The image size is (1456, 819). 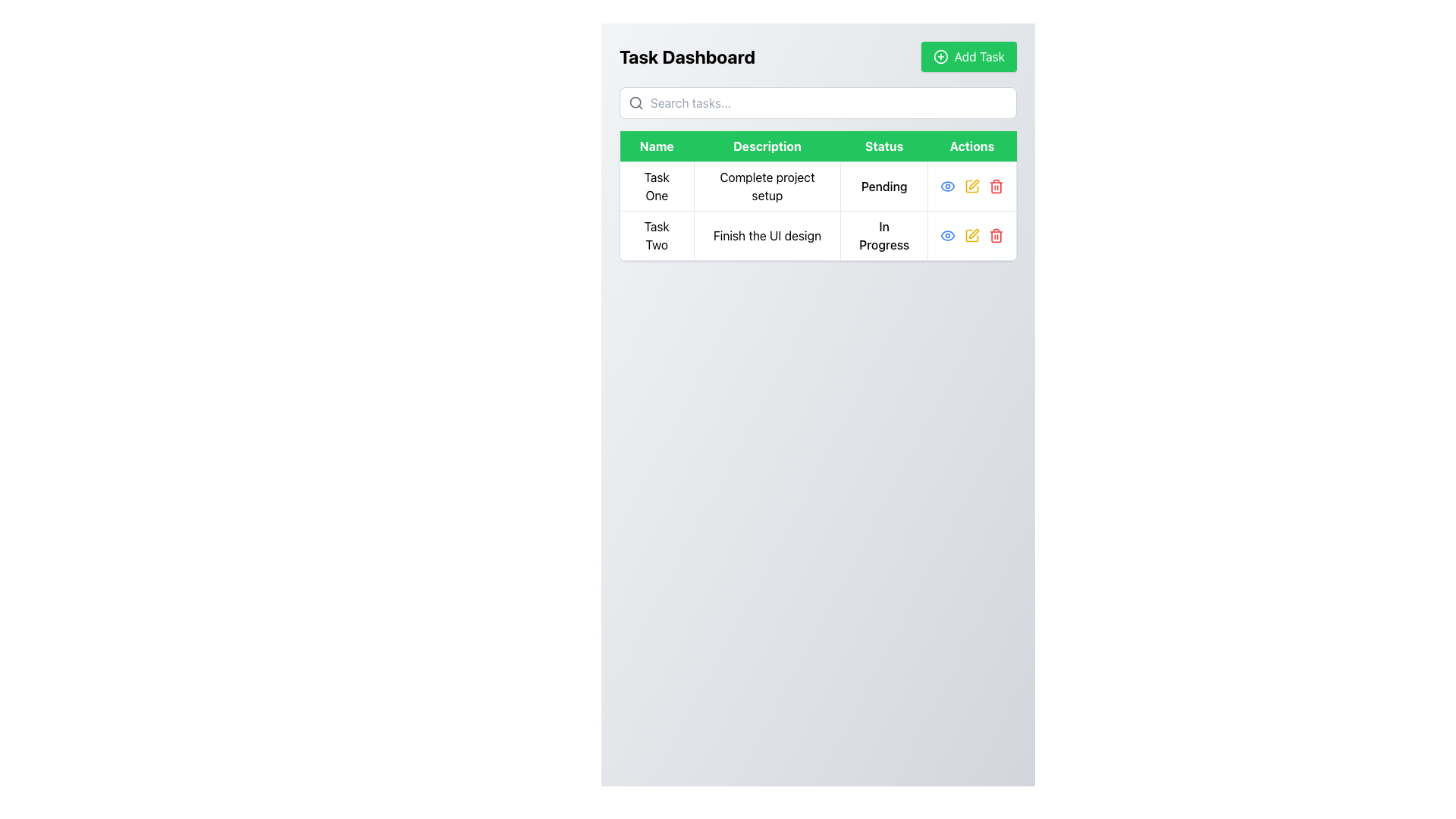 What do you see at coordinates (967, 55) in the screenshot?
I see `the button located at the top-right corner of the interface` at bounding box center [967, 55].